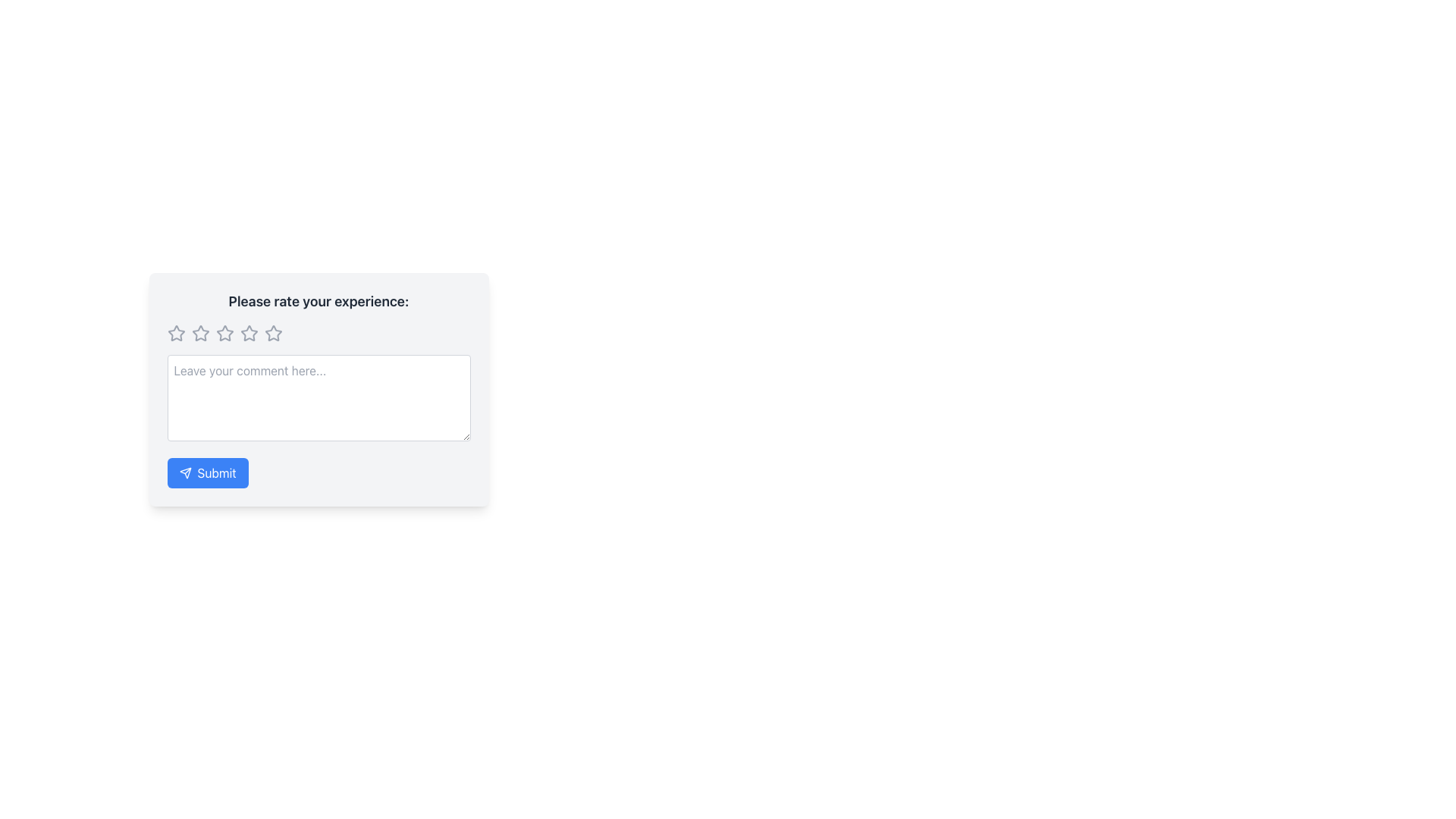 The width and height of the screenshot is (1456, 819). Describe the element at coordinates (176, 332) in the screenshot. I see `the star icon` at that location.